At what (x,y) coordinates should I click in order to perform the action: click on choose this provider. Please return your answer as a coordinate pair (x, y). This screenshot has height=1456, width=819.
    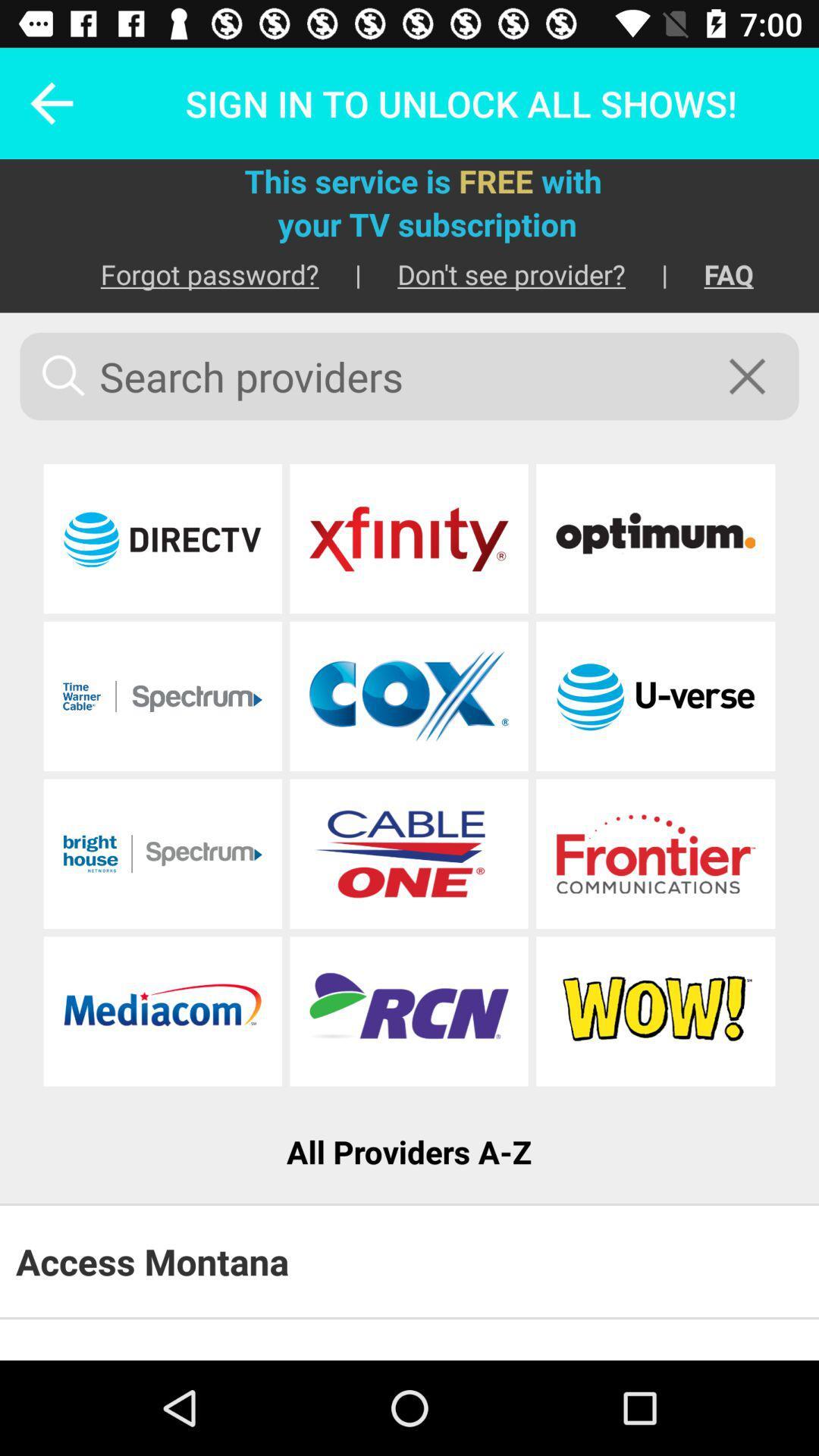
    Looking at the image, I should click on (654, 1011).